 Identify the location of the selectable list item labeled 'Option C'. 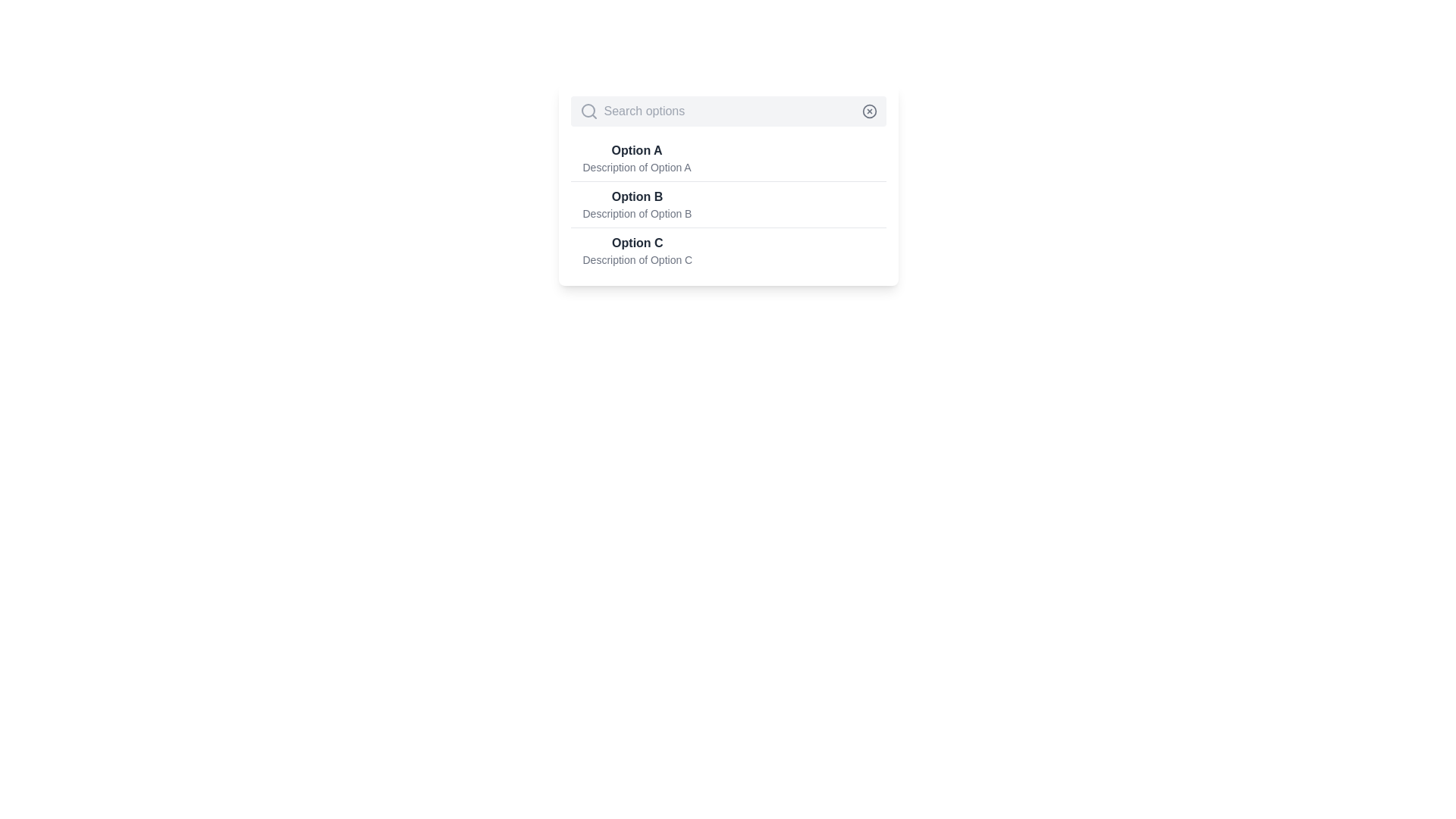
(728, 249).